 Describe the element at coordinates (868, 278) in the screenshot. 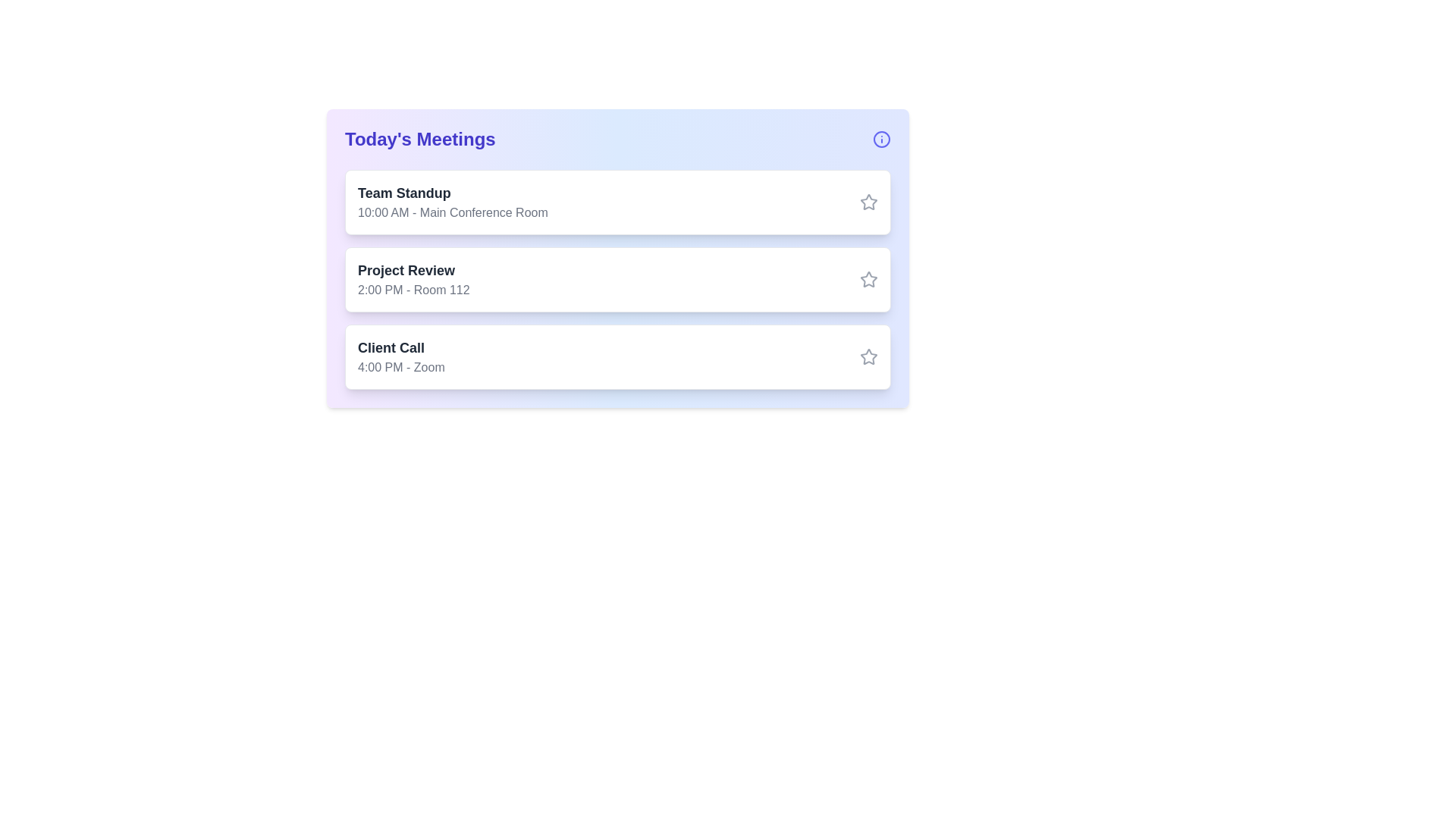

I see `the second star-shaped icon` at that location.